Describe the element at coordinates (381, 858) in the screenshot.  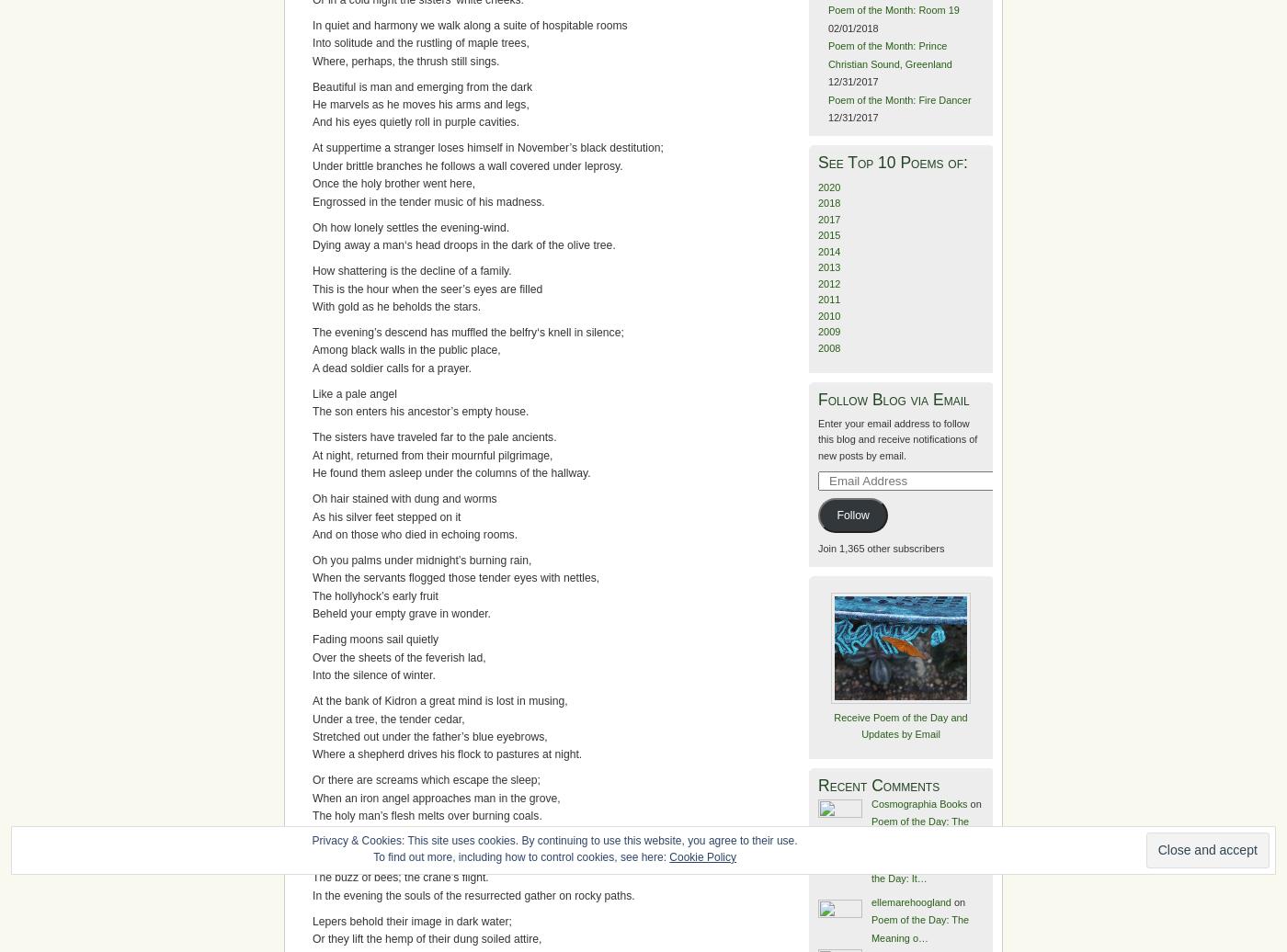
I see `'Sheaves of faded corn sing;'` at that location.